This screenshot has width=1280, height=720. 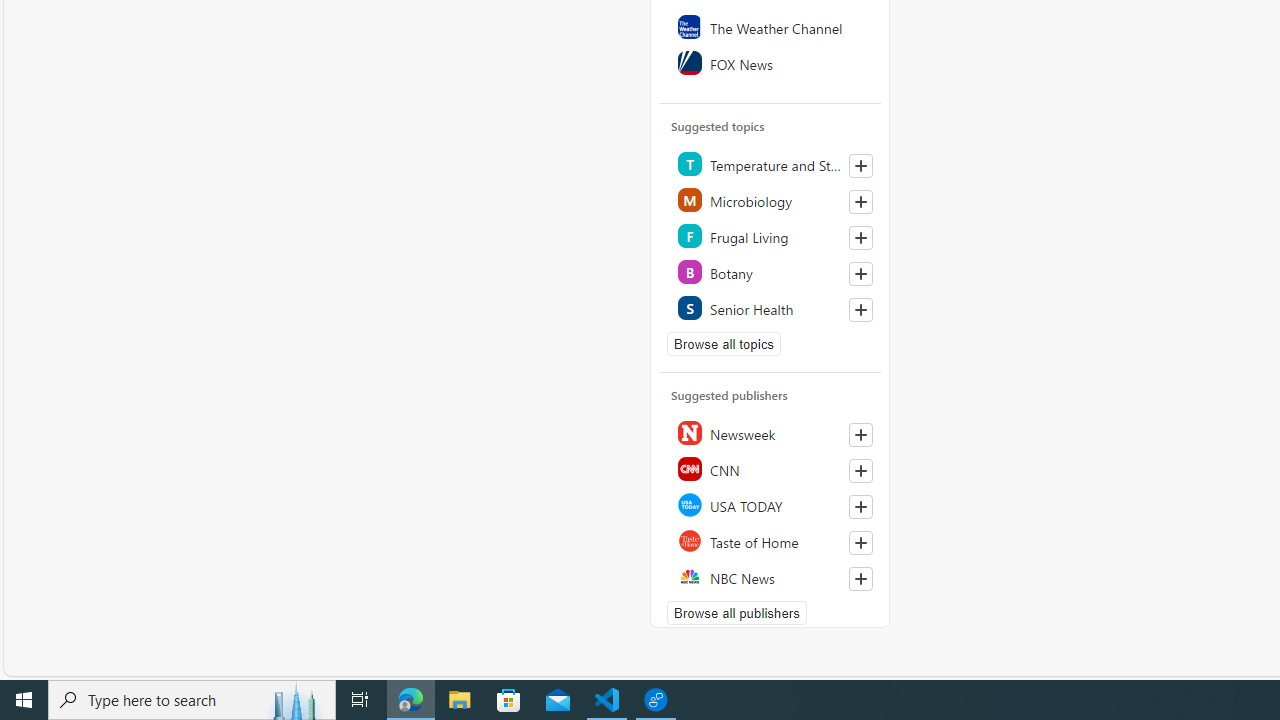 I want to click on 'NBC News', so click(x=770, y=577).